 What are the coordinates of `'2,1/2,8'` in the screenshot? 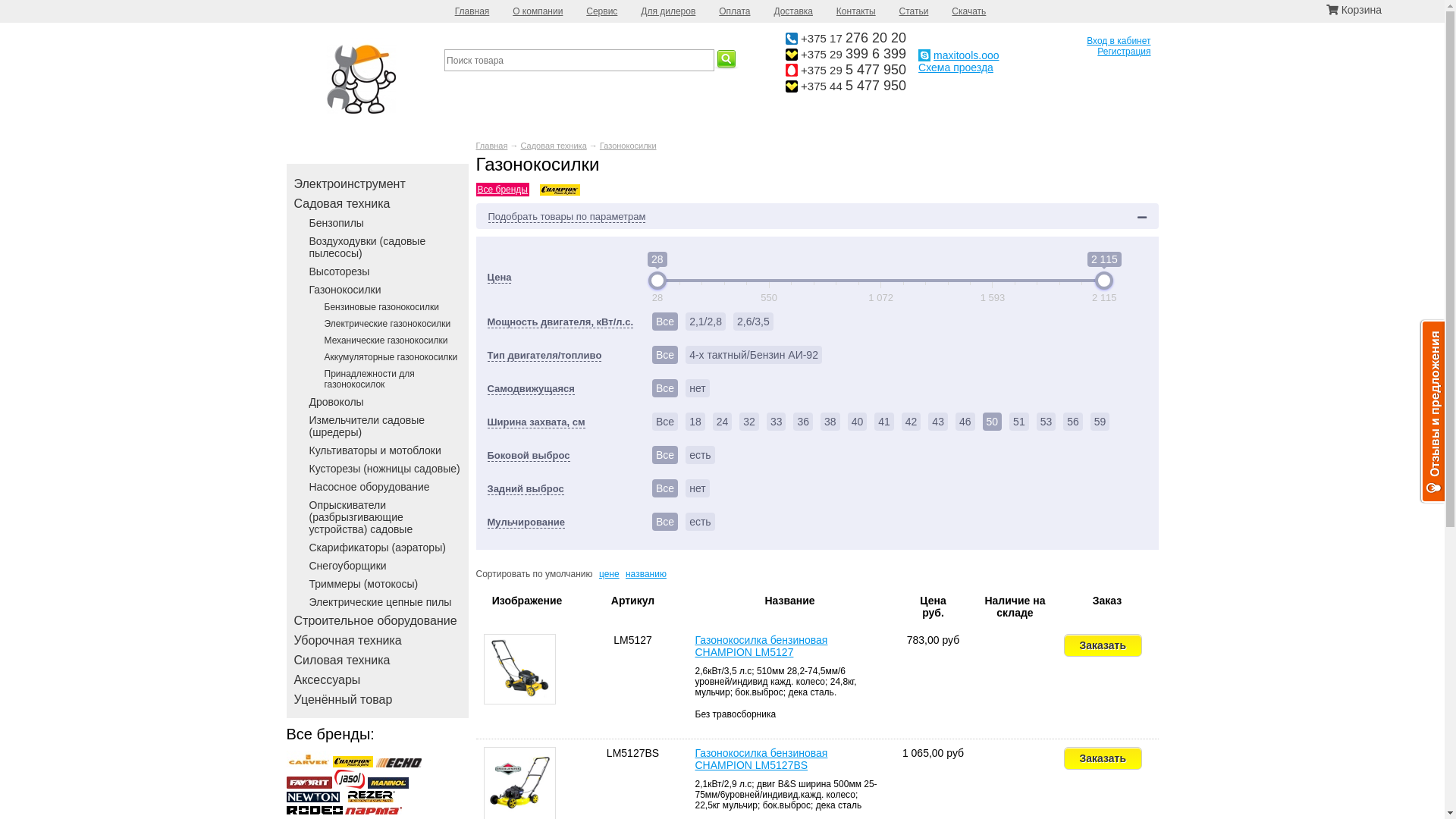 It's located at (704, 321).